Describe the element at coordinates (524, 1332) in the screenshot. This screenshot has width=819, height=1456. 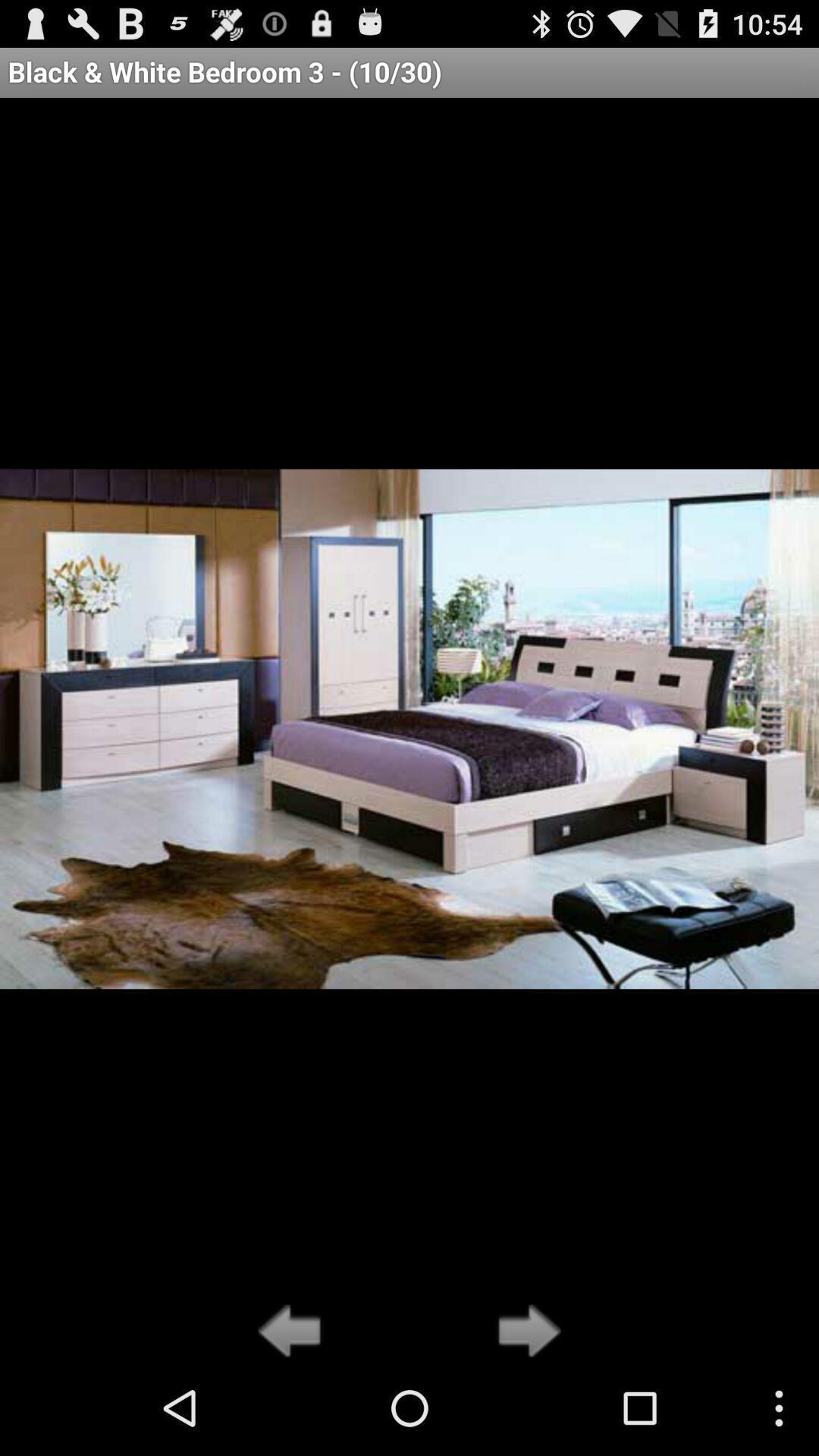
I see `next picture` at that location.